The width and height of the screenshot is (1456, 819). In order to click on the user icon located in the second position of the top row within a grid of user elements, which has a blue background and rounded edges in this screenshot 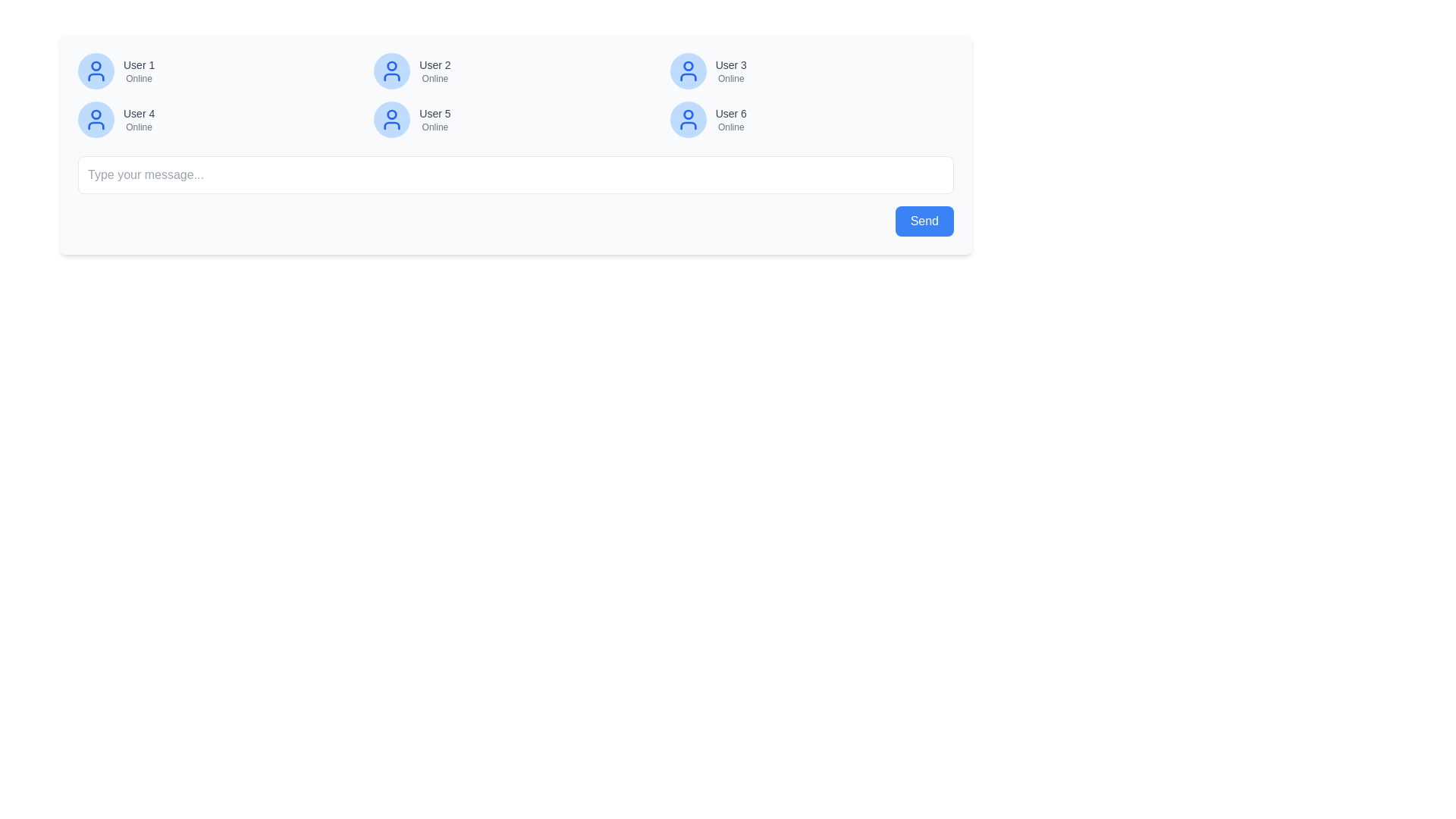, I will do `click(392, 71)`.